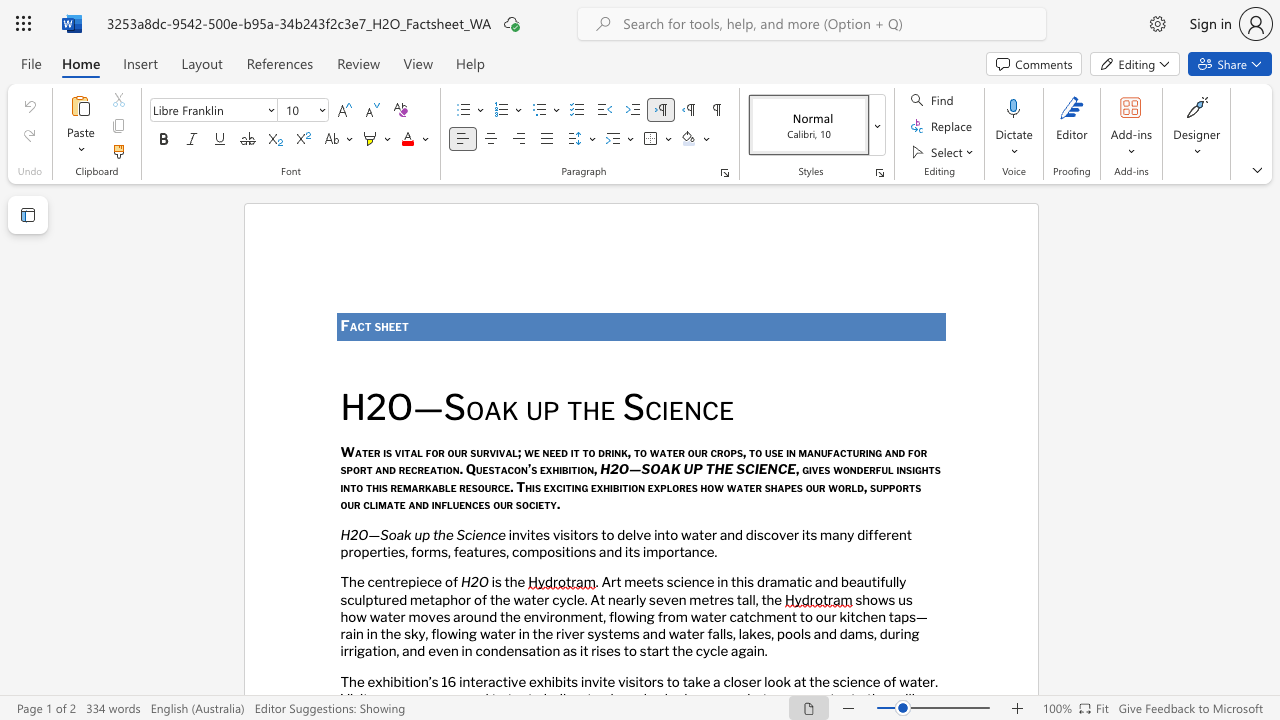 Image resolution: width=1280 pixels, height=720 pixels. Describe the element at coordinates (735, 615) in the screenshot. I see `the space between the continuous character "c" and "a" in the text` at that location.